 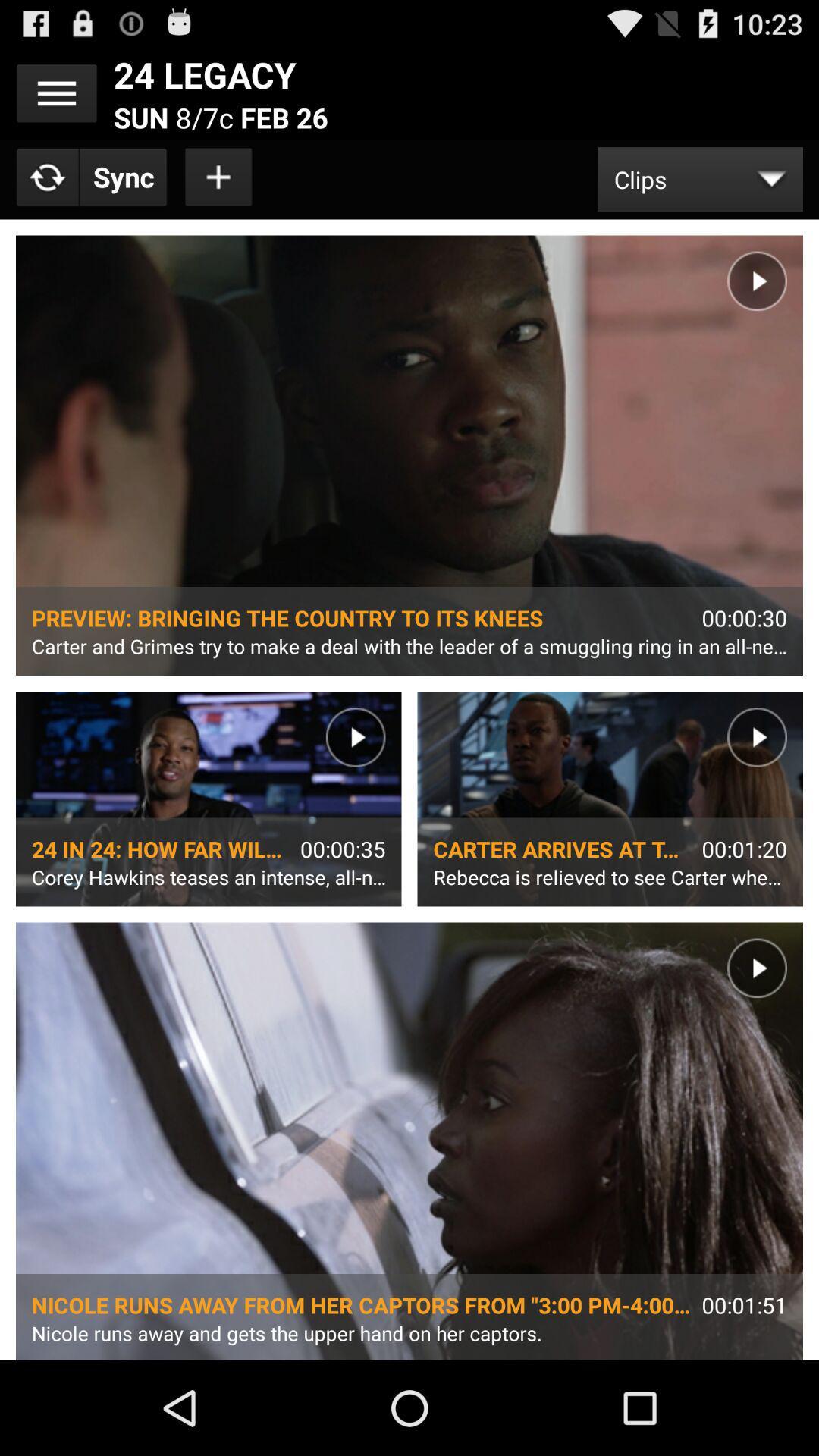 I want to click on added, so click(x=219, y=177).